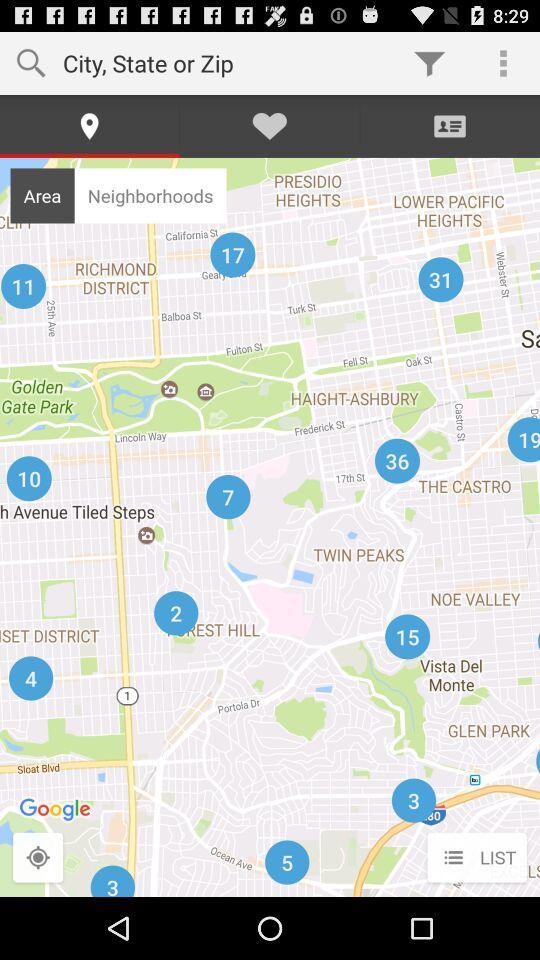  Describe the element at coordinates (38, 857) in the screenshot. I see `the icon to the left of list icon` at that location.